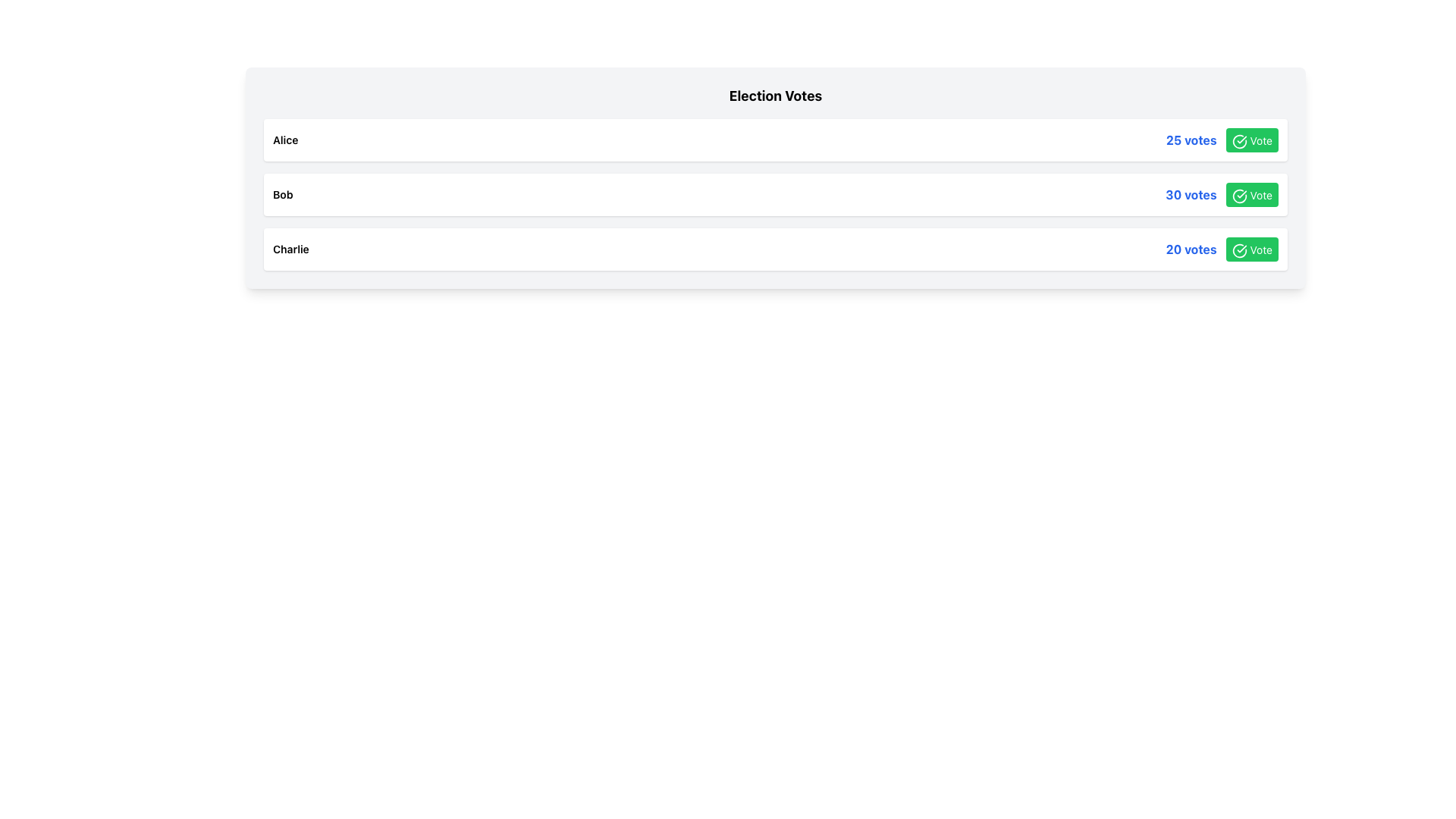 The height and width of the screenshot is (819, 1456). I want to click on the affirmative action icon located inside the 'Vote' button at the top-most row of the displayed list, following the text '25 votes', so click(1239, 141).